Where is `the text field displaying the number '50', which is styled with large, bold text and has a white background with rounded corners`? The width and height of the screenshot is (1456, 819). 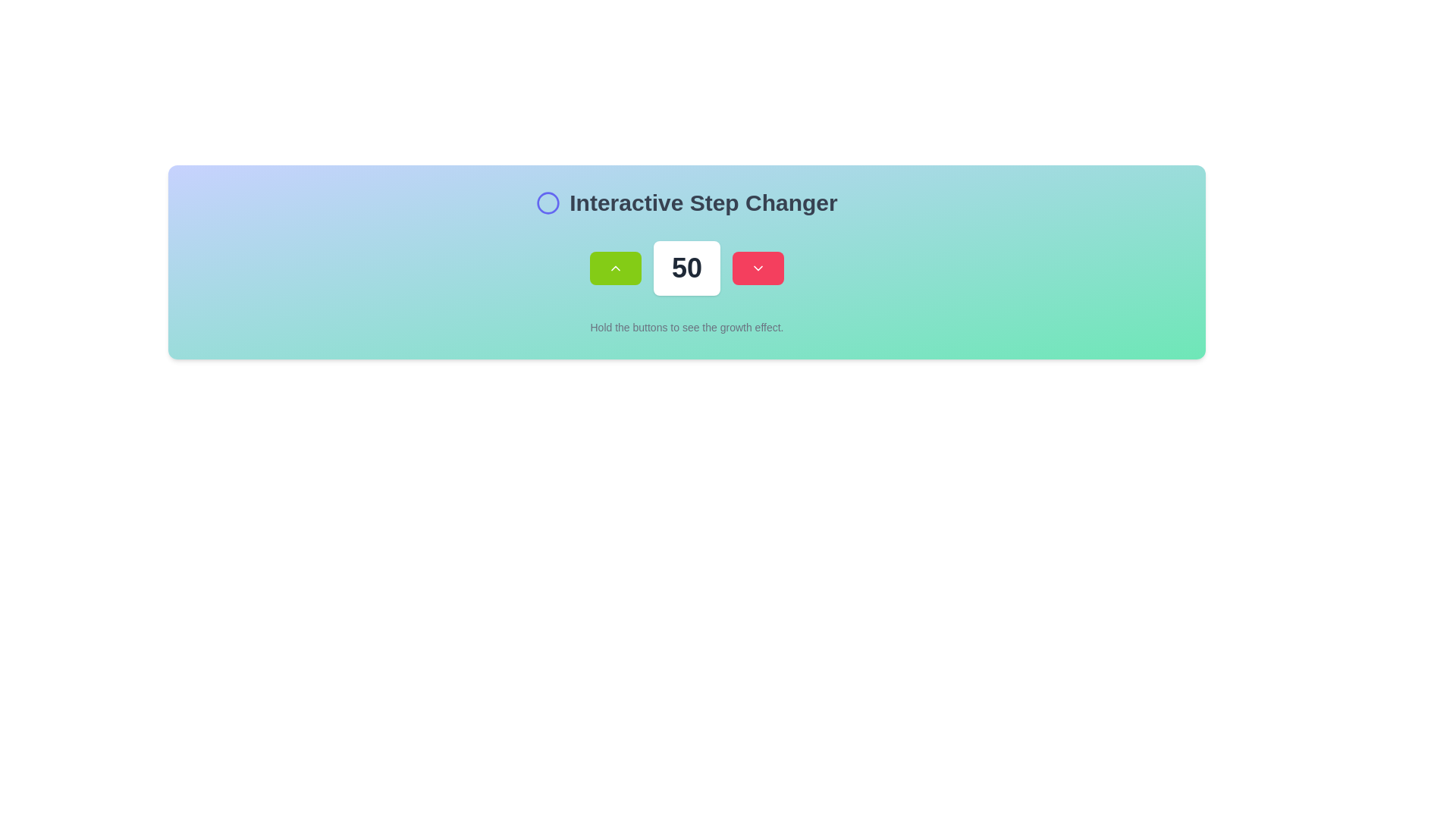
the text field displaying the number '50', which is styled with large, bold text and has a white background with rounded corners is located at coordinates (686, 268).